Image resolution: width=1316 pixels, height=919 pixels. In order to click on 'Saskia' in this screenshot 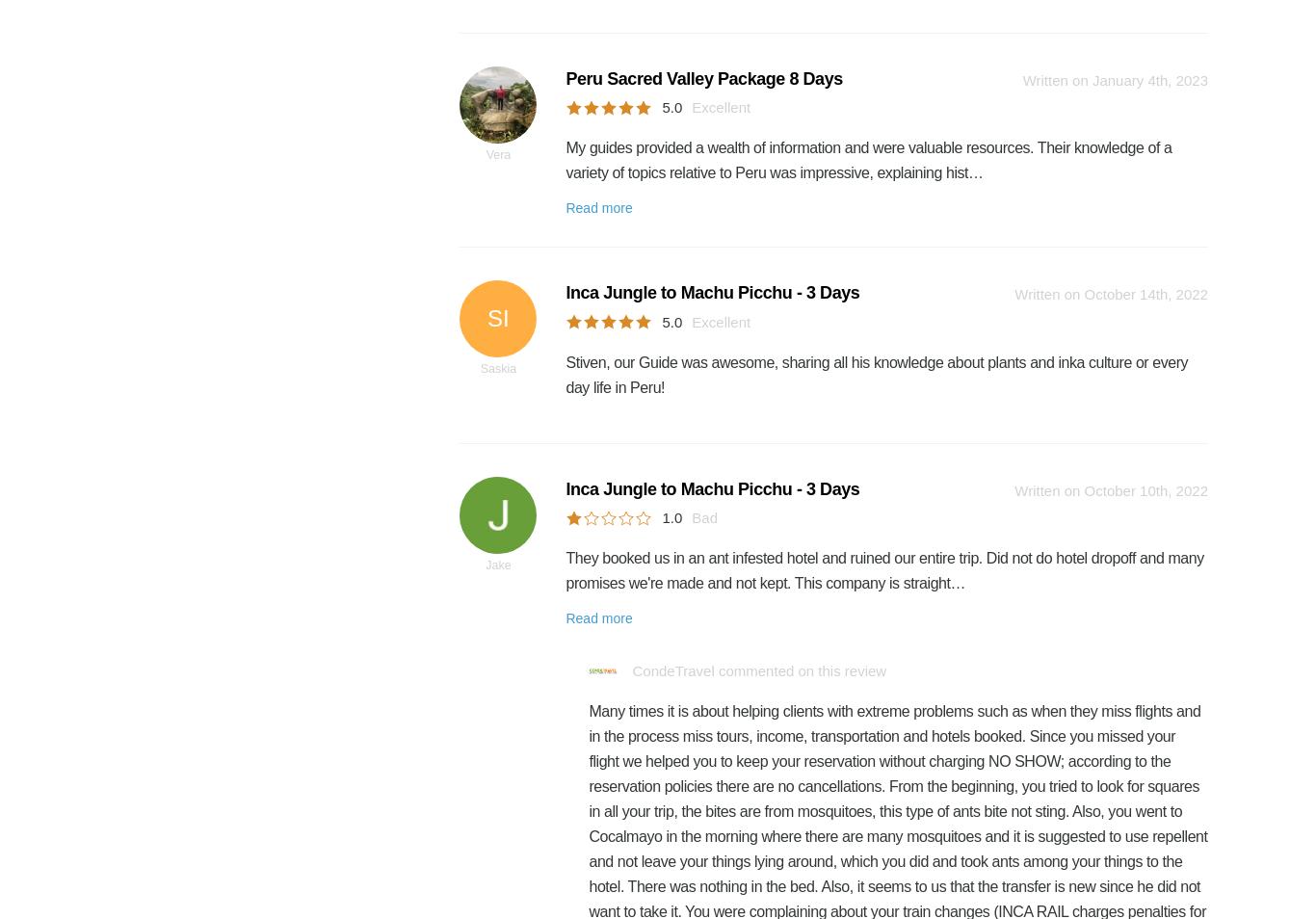, I will do `click(498, 369)`.